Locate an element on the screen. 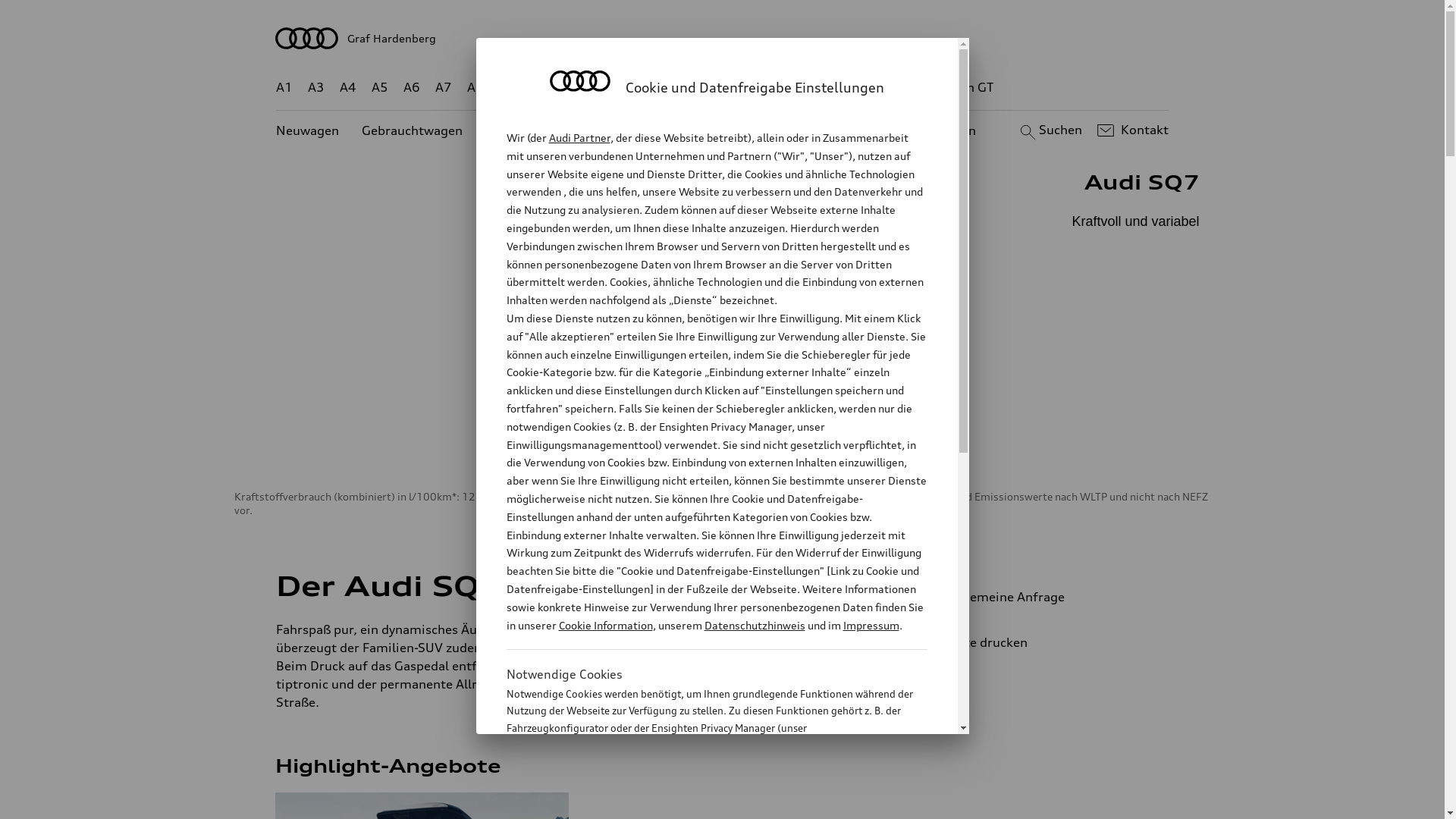 The image size is (1456, 819). 'g-tron' is located at coordinates (902, 87).